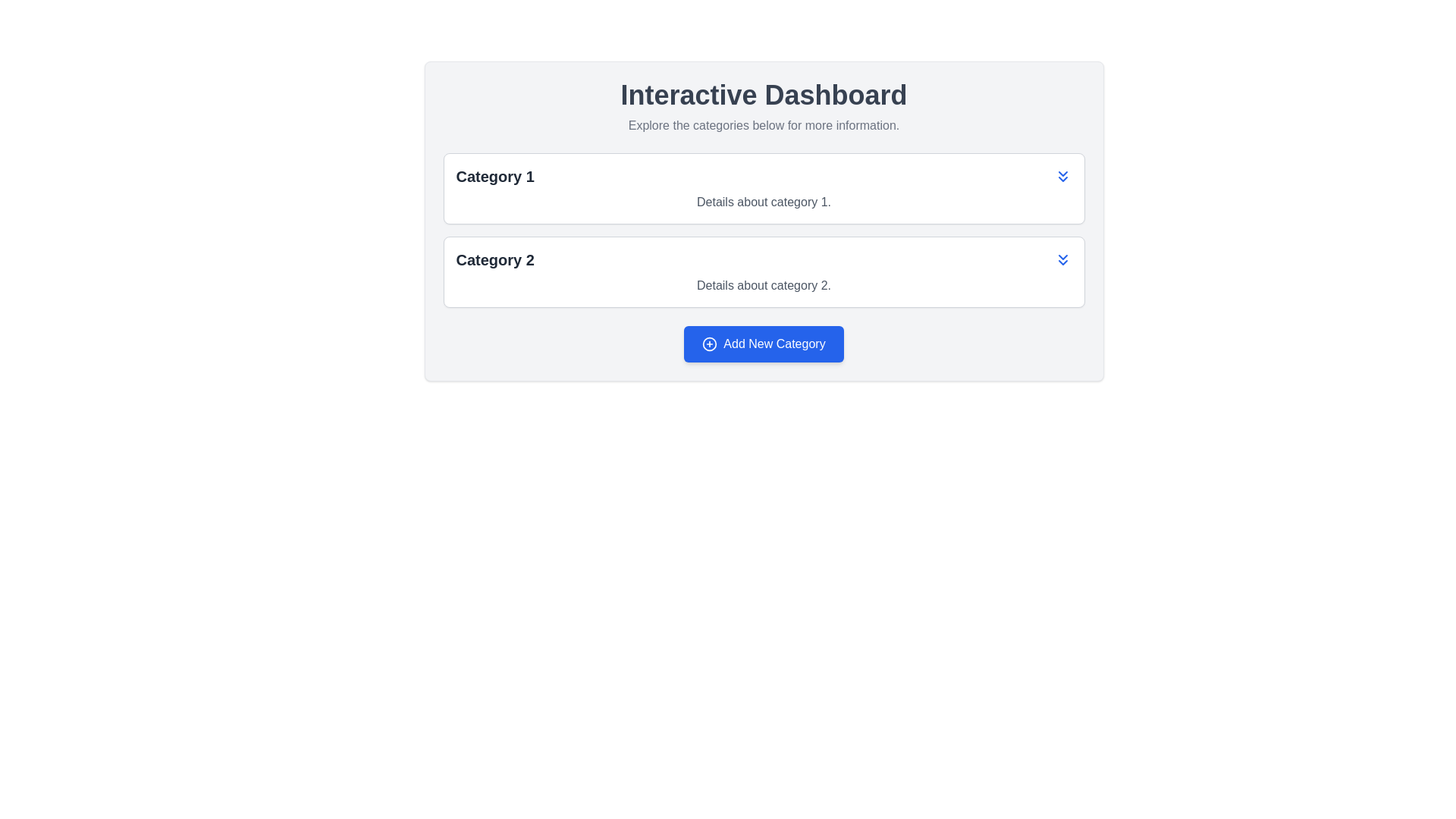 The image size is (1456, 819). What do you see at coordinates (764, 344) in the screenshot?
I see `the 'Add Category' button located in the bottom section of the 'Interactive Dashboard', directly below 'Category 1' and 'Category 2', to observe a visual response` at bounding box center [764, 344].